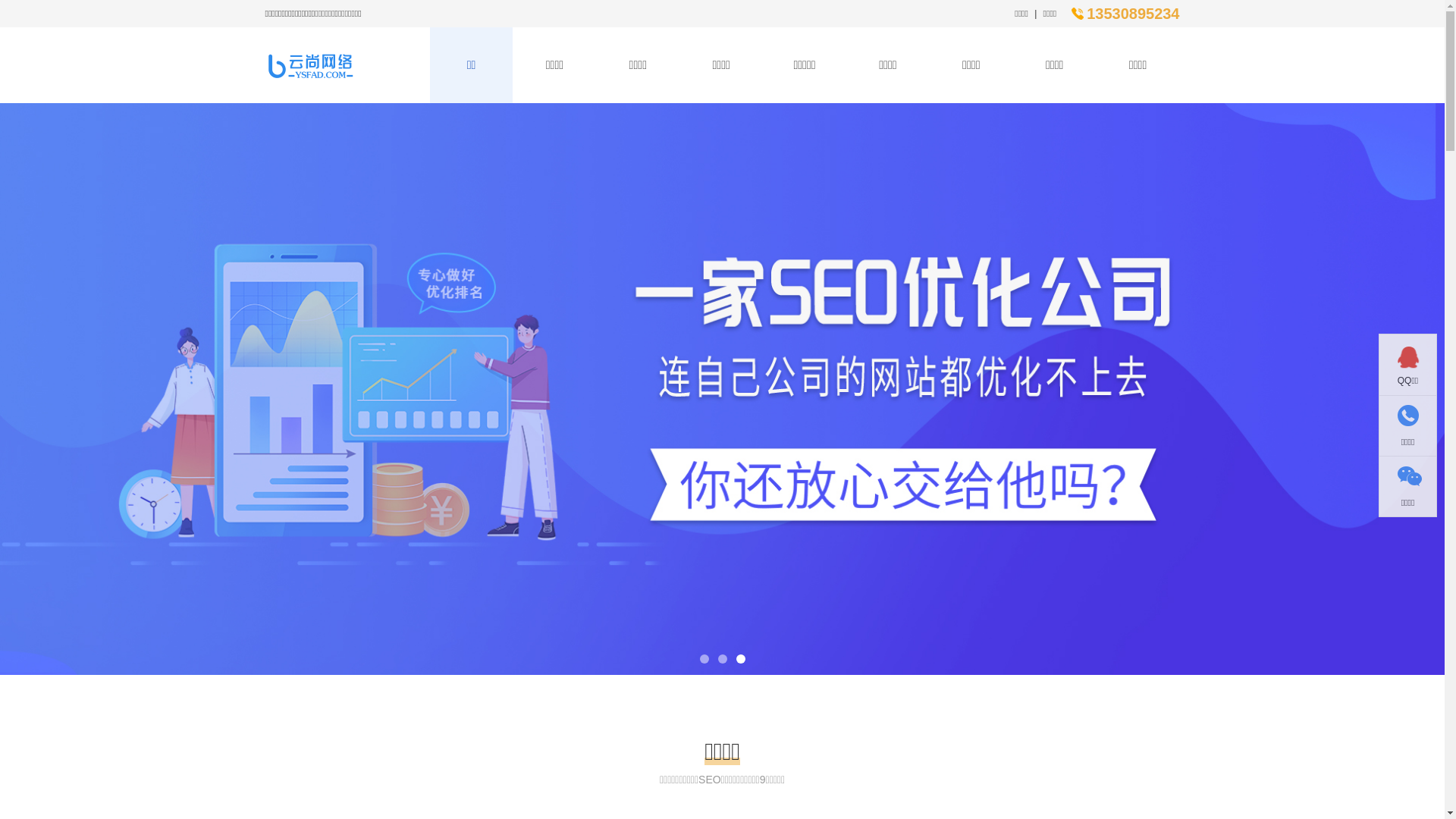 This screenshot has width=1456, height=819. Describe the element at coordinates (720, 657) in the screenshot. I see `'2'` at that location.